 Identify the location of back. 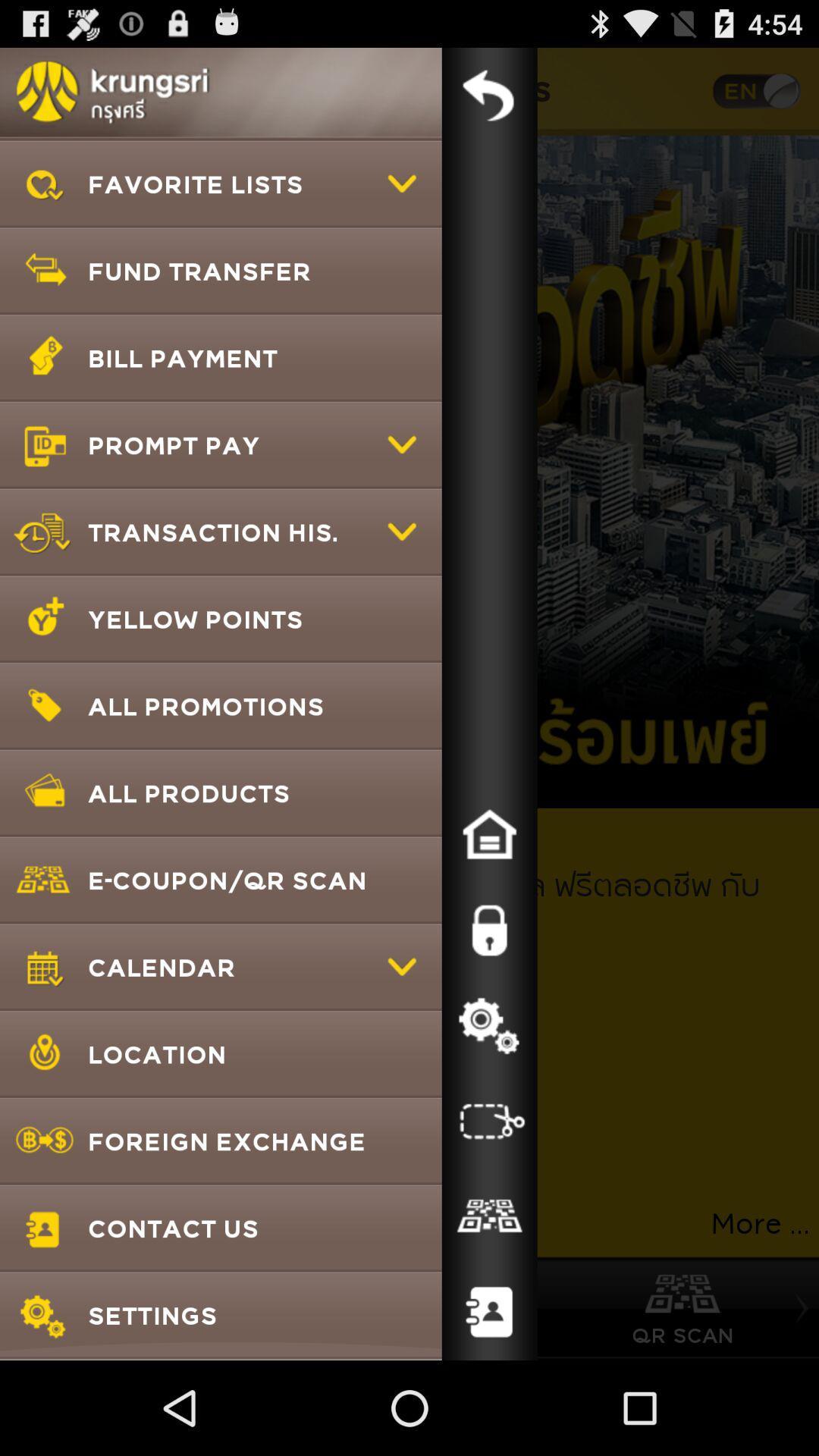
(489, 94).